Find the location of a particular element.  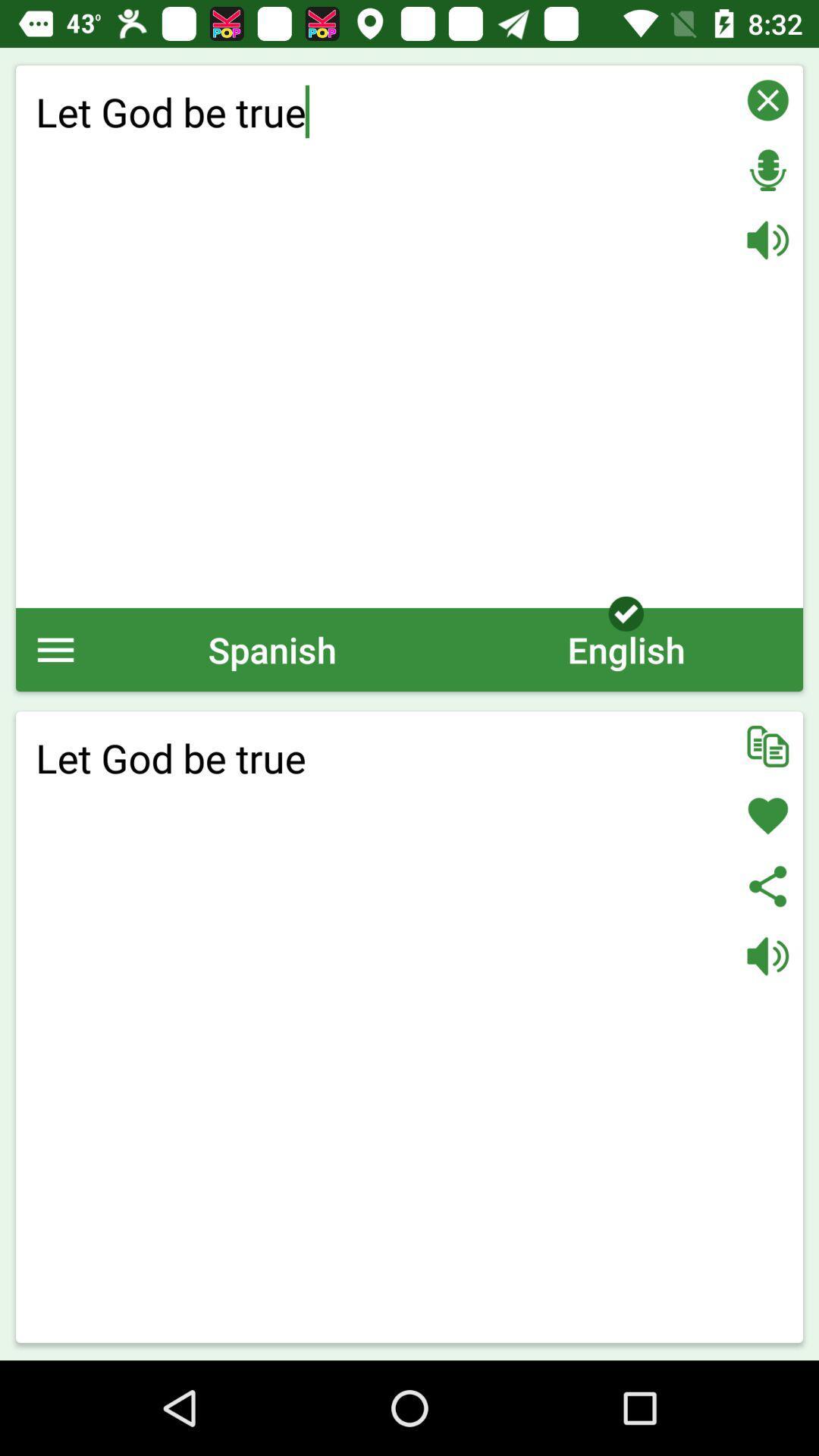

cancel or close is located at coordinates (767, 99).